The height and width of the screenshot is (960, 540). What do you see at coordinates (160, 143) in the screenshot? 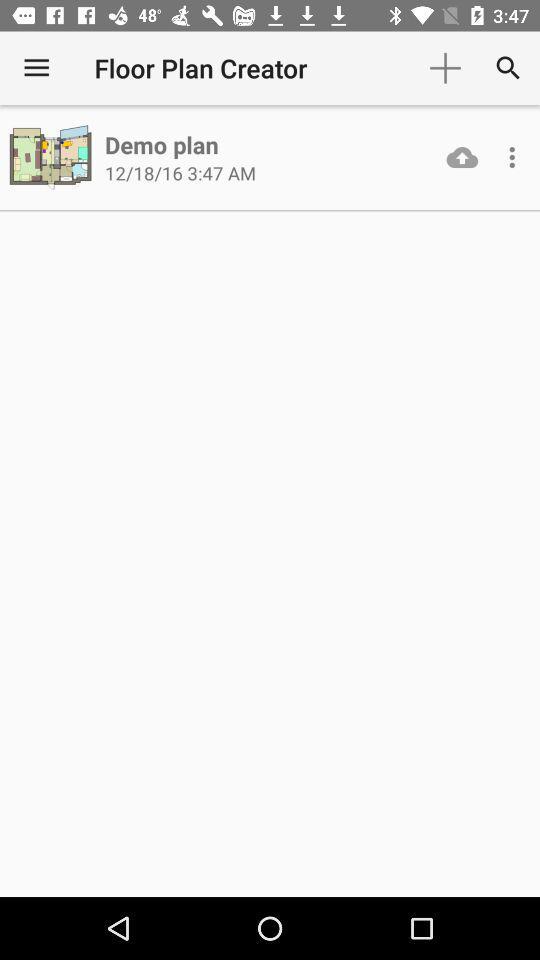
I see `item below the floor plan creator item` at bounding box center [160, 143].